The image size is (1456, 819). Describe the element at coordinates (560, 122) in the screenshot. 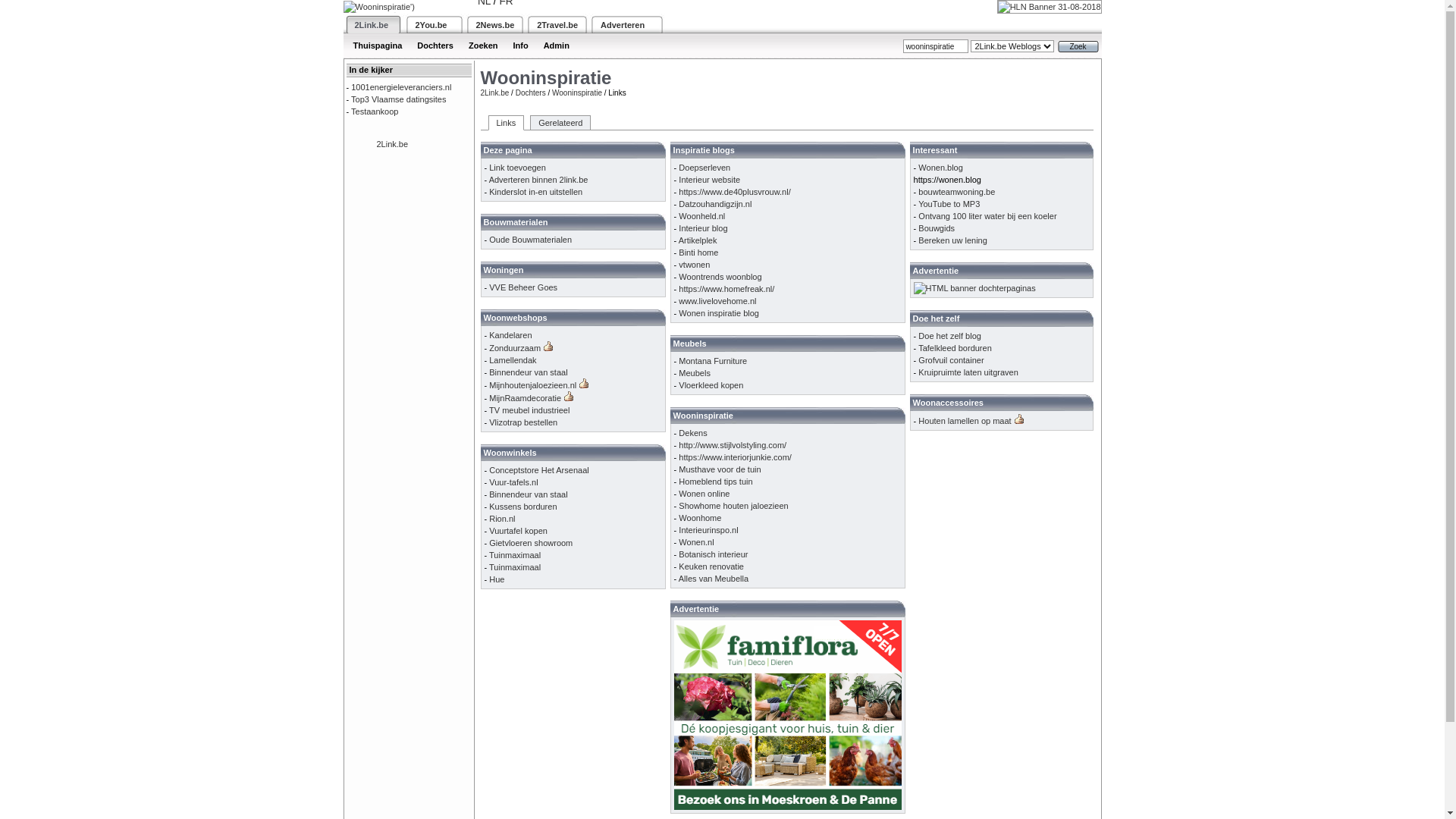

I see `'Gerelateerd'` at that location.